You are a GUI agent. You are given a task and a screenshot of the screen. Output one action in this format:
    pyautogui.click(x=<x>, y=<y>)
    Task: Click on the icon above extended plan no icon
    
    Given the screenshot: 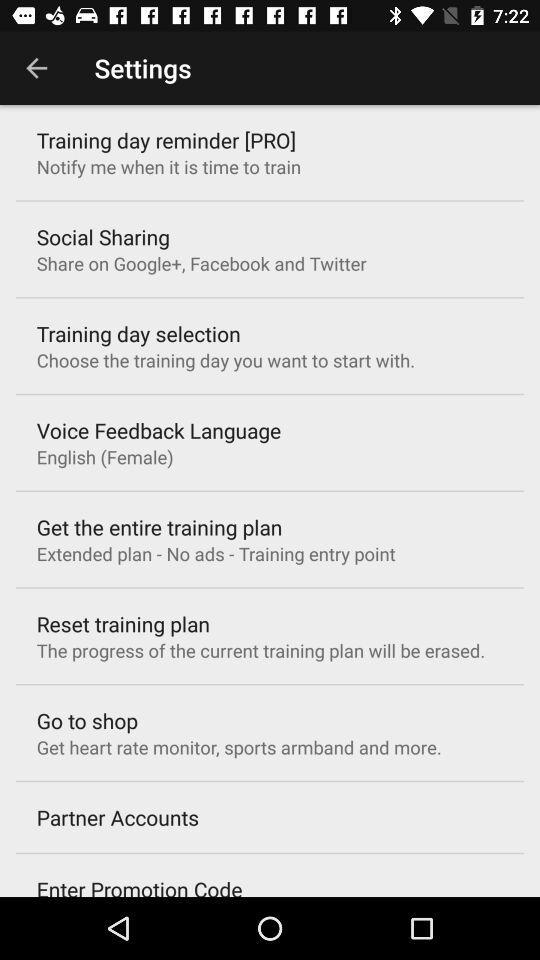 What is the action you would take?
    pyautogui.click(x=158, y=526)
    